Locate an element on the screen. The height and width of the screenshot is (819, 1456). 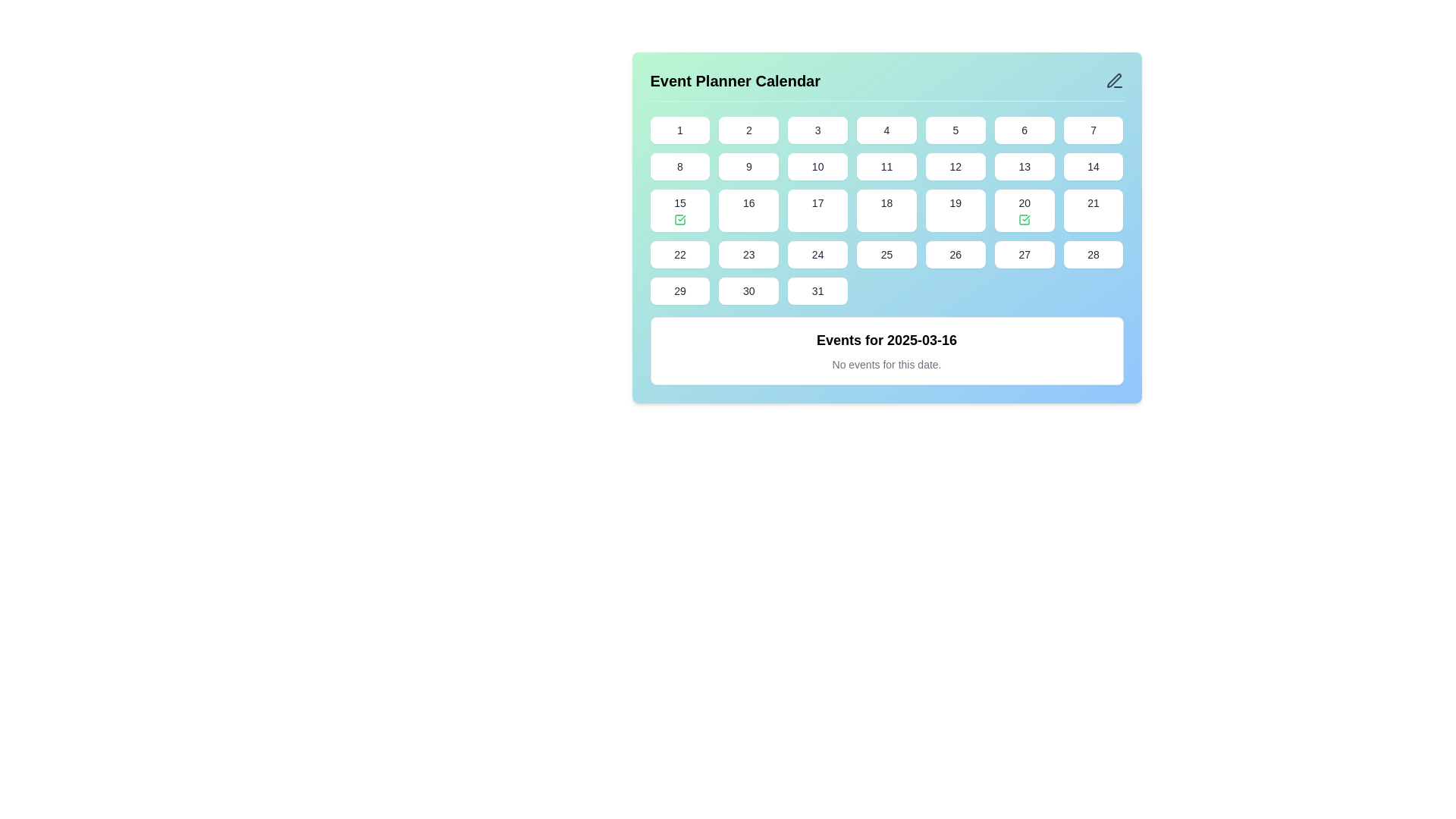
the button representing the 18th day in the Event Planner Calendar, located in the fourth row and fourth column of the calendar grid is located at coordinates (886, 210).